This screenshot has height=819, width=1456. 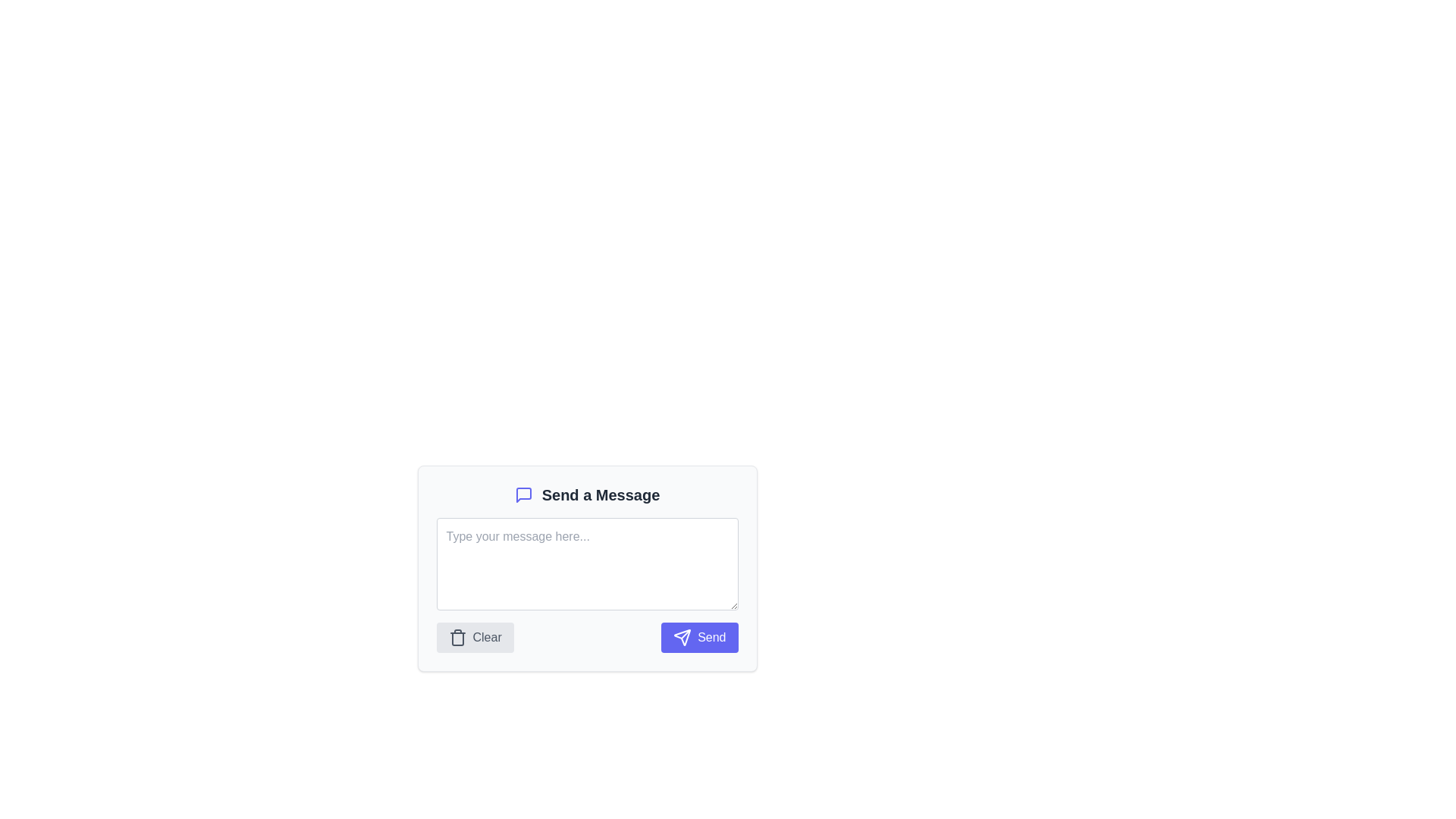 I want to click on the chat message bubble icon located in the top-left corner of the messaging input box, which has a rounded rectangular shape with a tail, so click(x=523, y=494).